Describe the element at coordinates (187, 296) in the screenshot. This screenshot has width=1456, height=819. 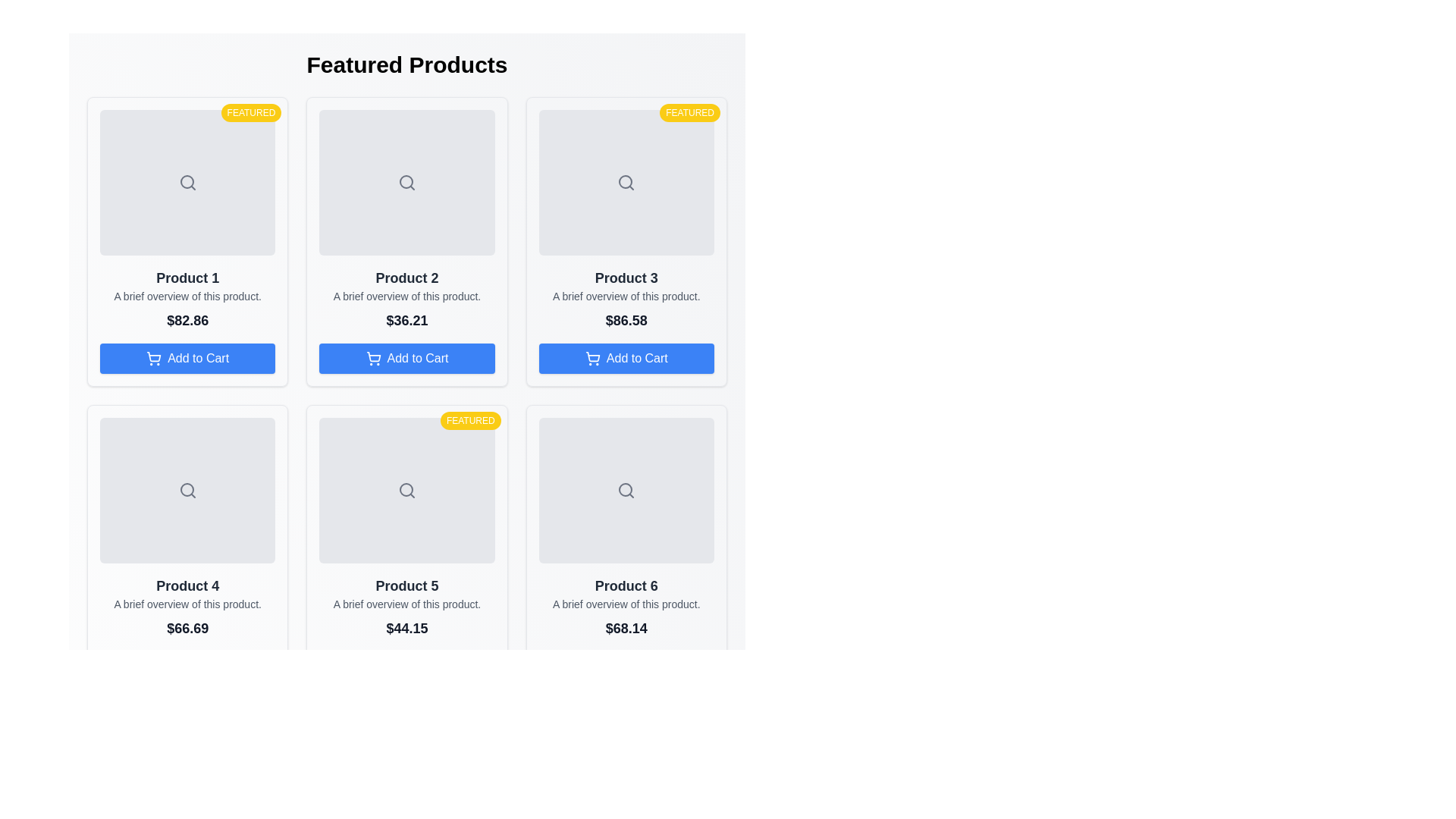
I see `the static text block containing the phrase 'A brief overview of this product.' which is located below 'Product 1' in the first product card` at that location.